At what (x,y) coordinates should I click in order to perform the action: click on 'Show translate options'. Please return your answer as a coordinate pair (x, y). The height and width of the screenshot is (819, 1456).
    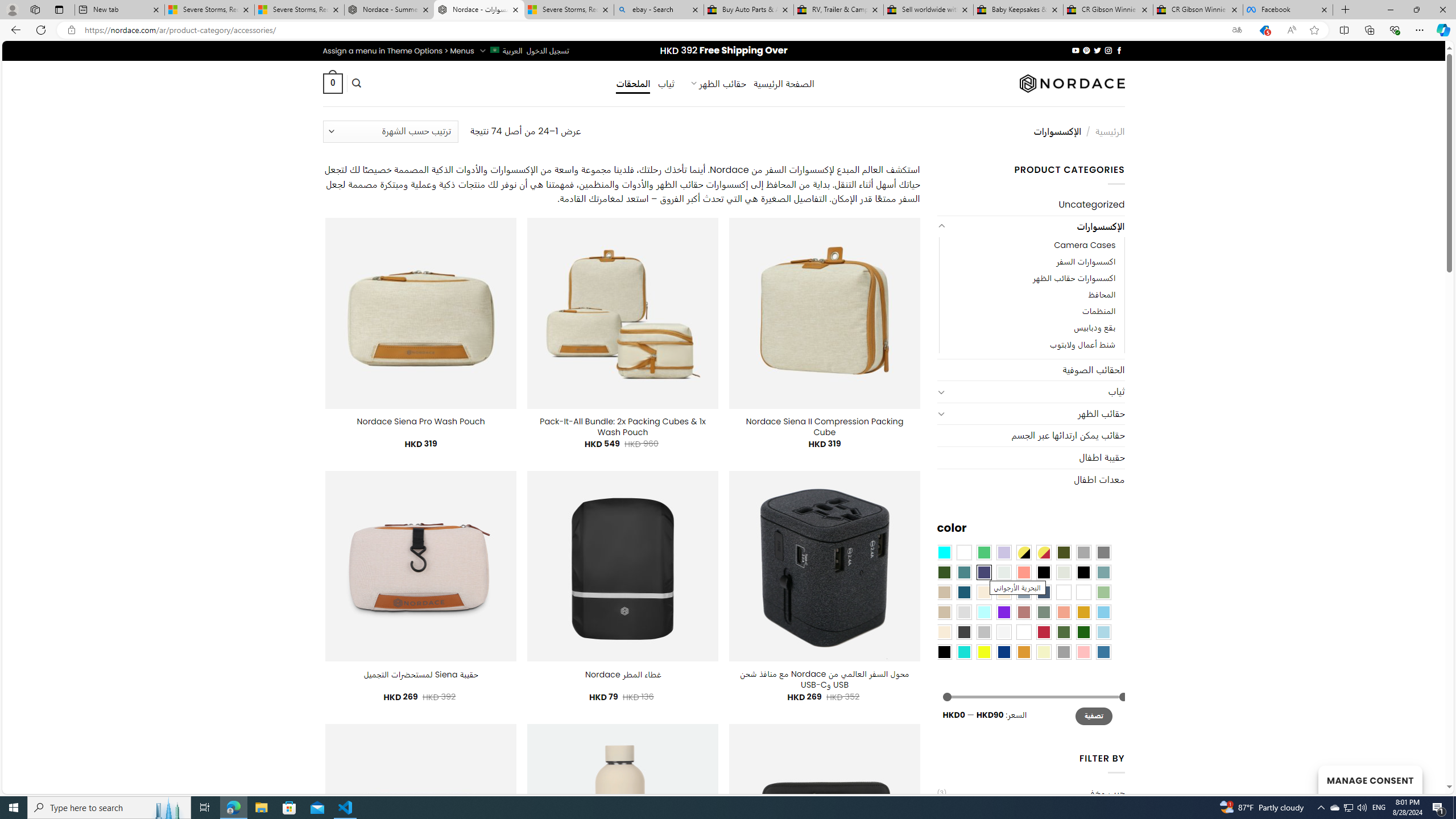
    Looking at the image, I should click on (1236, 30).